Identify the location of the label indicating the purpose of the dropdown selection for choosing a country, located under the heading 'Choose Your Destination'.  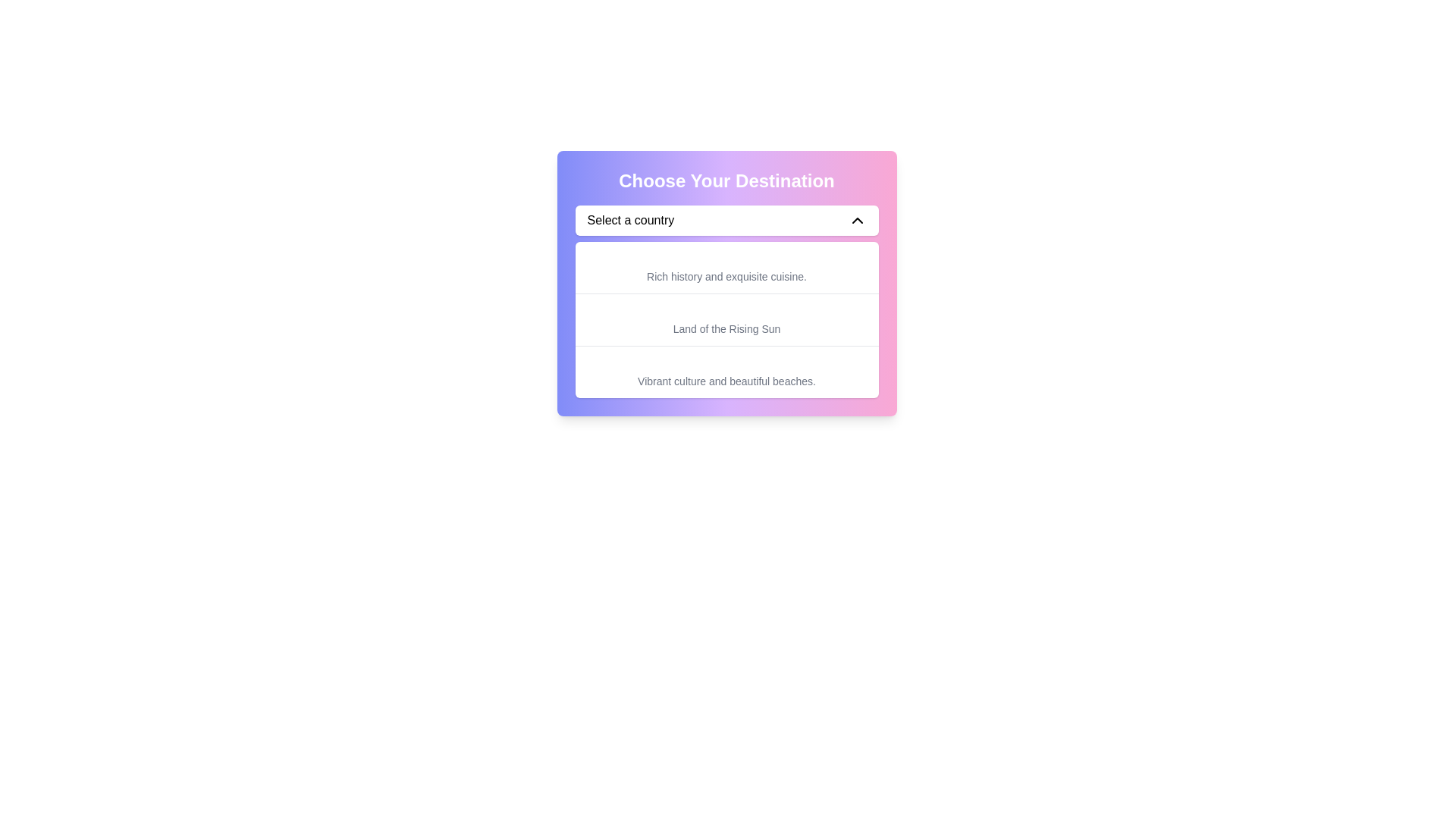
(630, 220).